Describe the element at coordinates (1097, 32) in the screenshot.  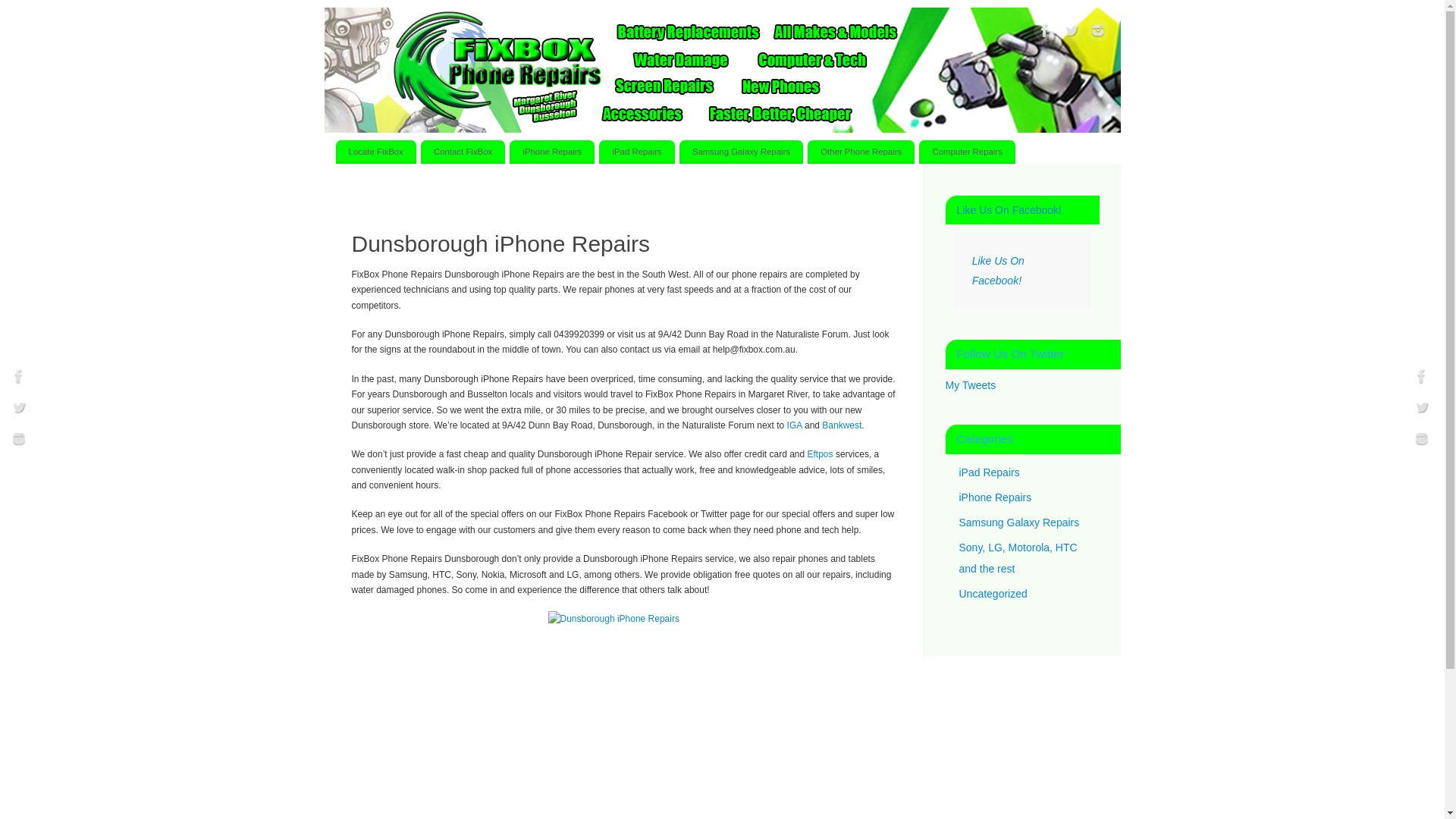
I see `'Instagram'` at that location.